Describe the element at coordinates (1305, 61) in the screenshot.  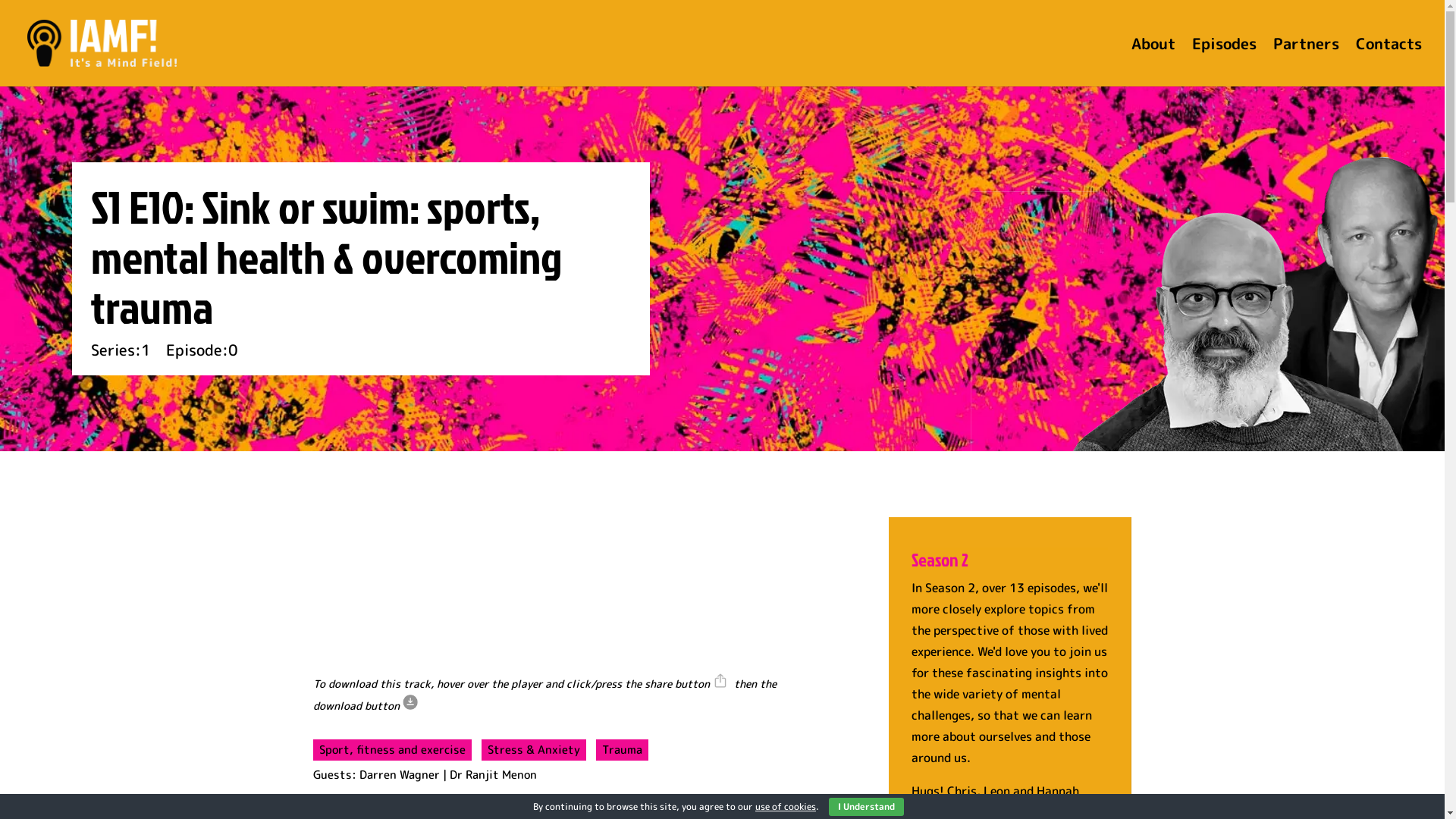
I see `'Partners'` at that location.